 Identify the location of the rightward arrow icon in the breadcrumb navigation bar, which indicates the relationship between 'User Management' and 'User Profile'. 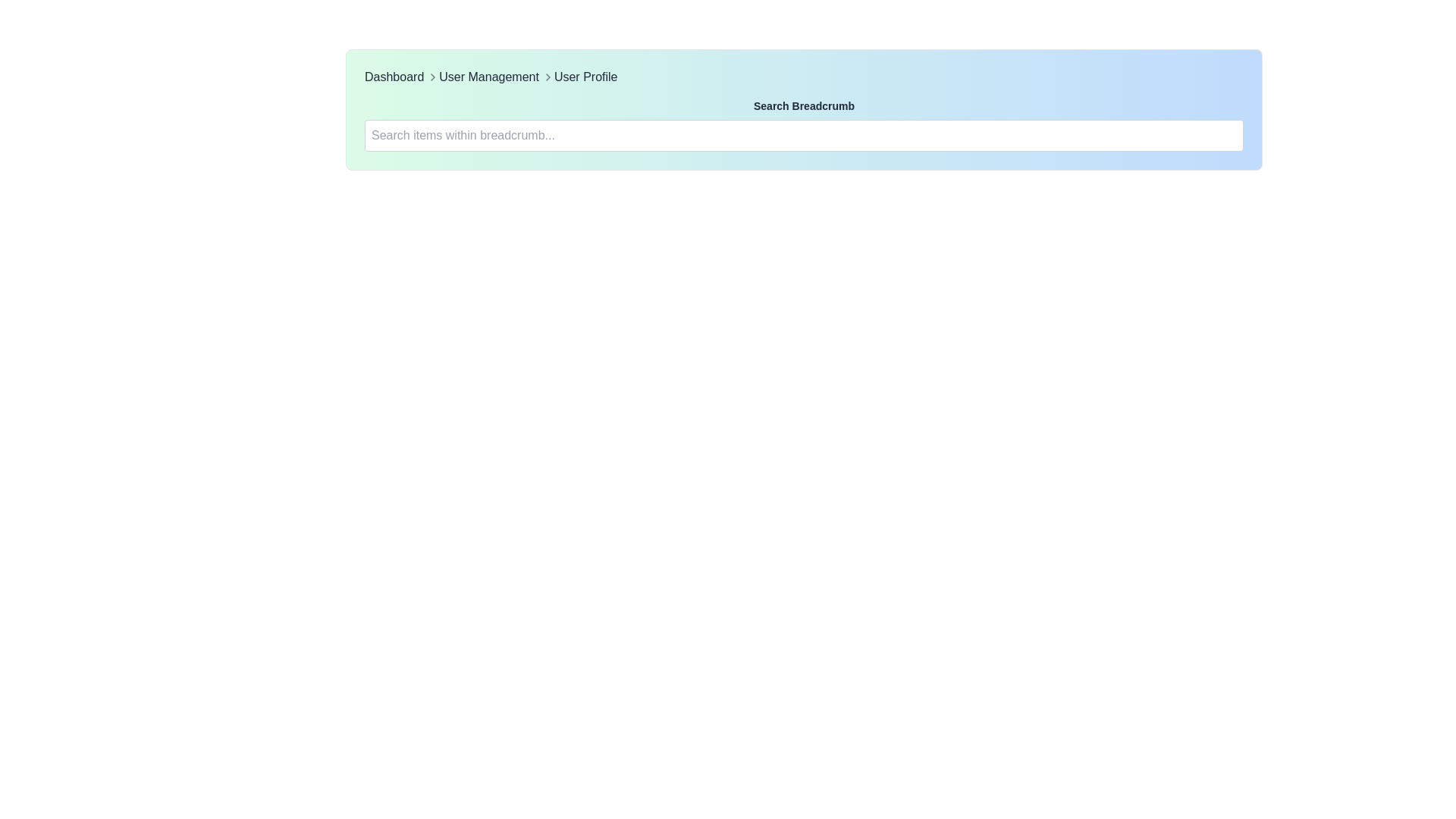
(547, 77).